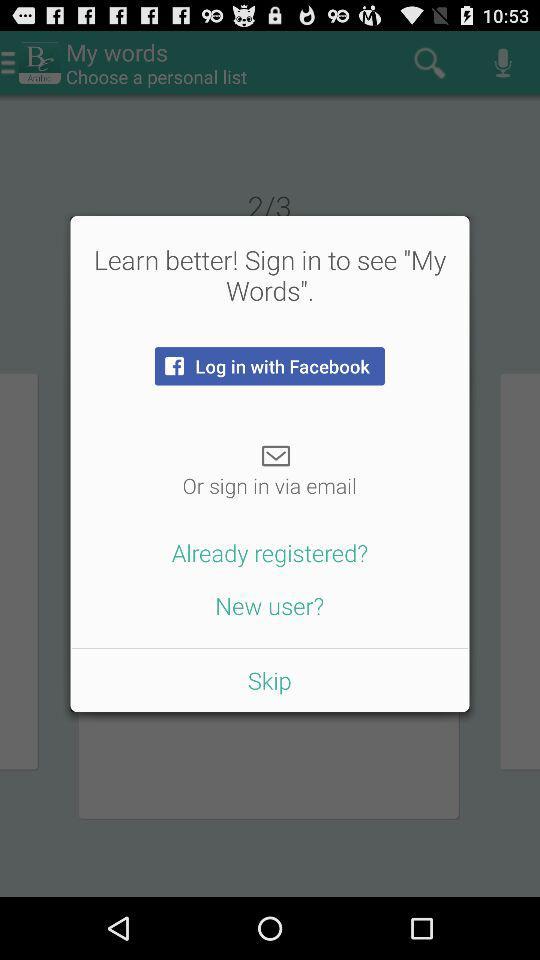 This screenshot has height=960, width=540. Describe the element at coordinates (269, 604) in the screenshot. I see `new user? item` at that location.